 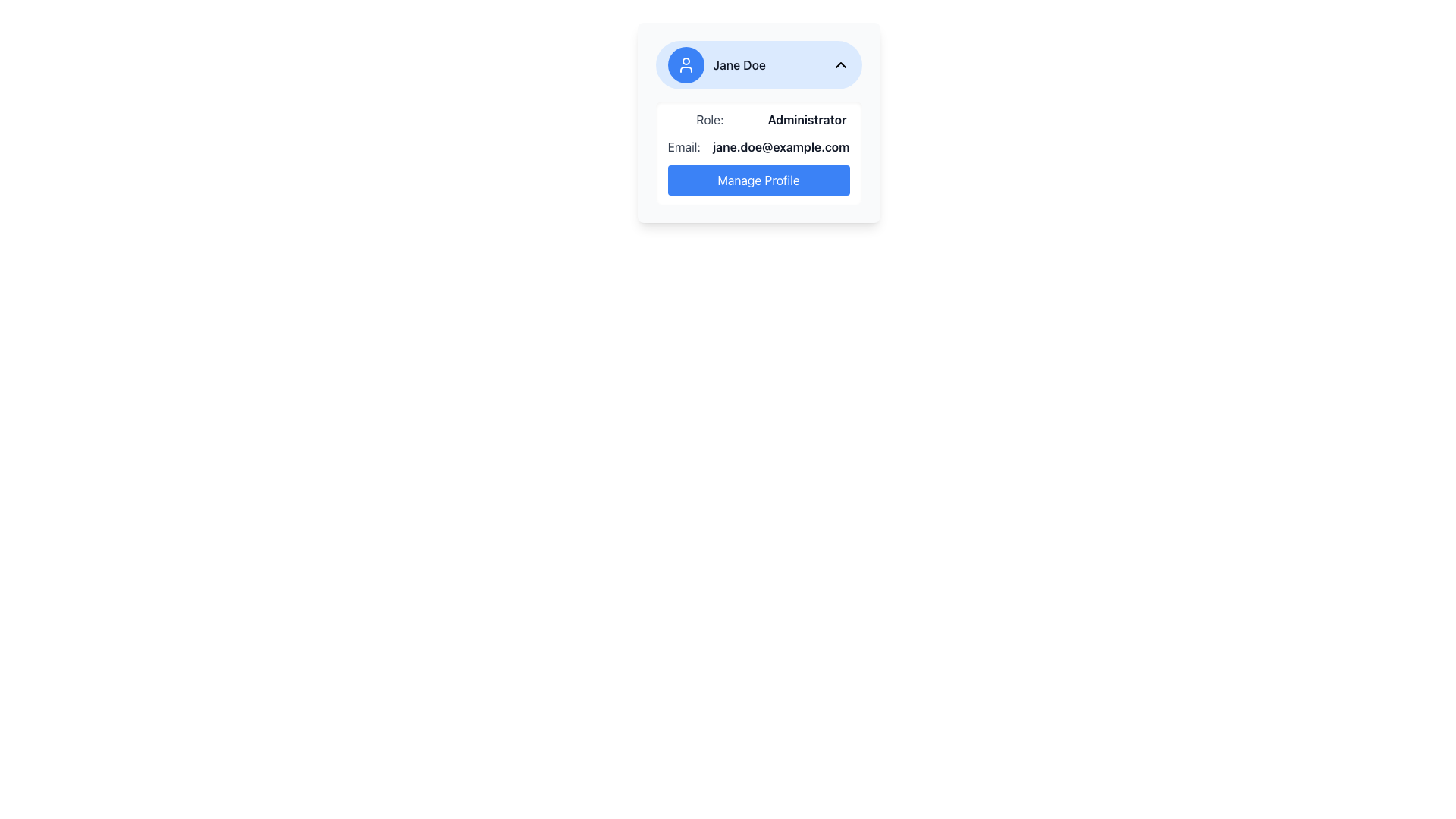 What do you see at coordinates (716, 64) in the screenshot?
I see `the user name text label in the profile summary, which is positioned immediately to the right of the circular user icon` at bounding box center [716, 64].